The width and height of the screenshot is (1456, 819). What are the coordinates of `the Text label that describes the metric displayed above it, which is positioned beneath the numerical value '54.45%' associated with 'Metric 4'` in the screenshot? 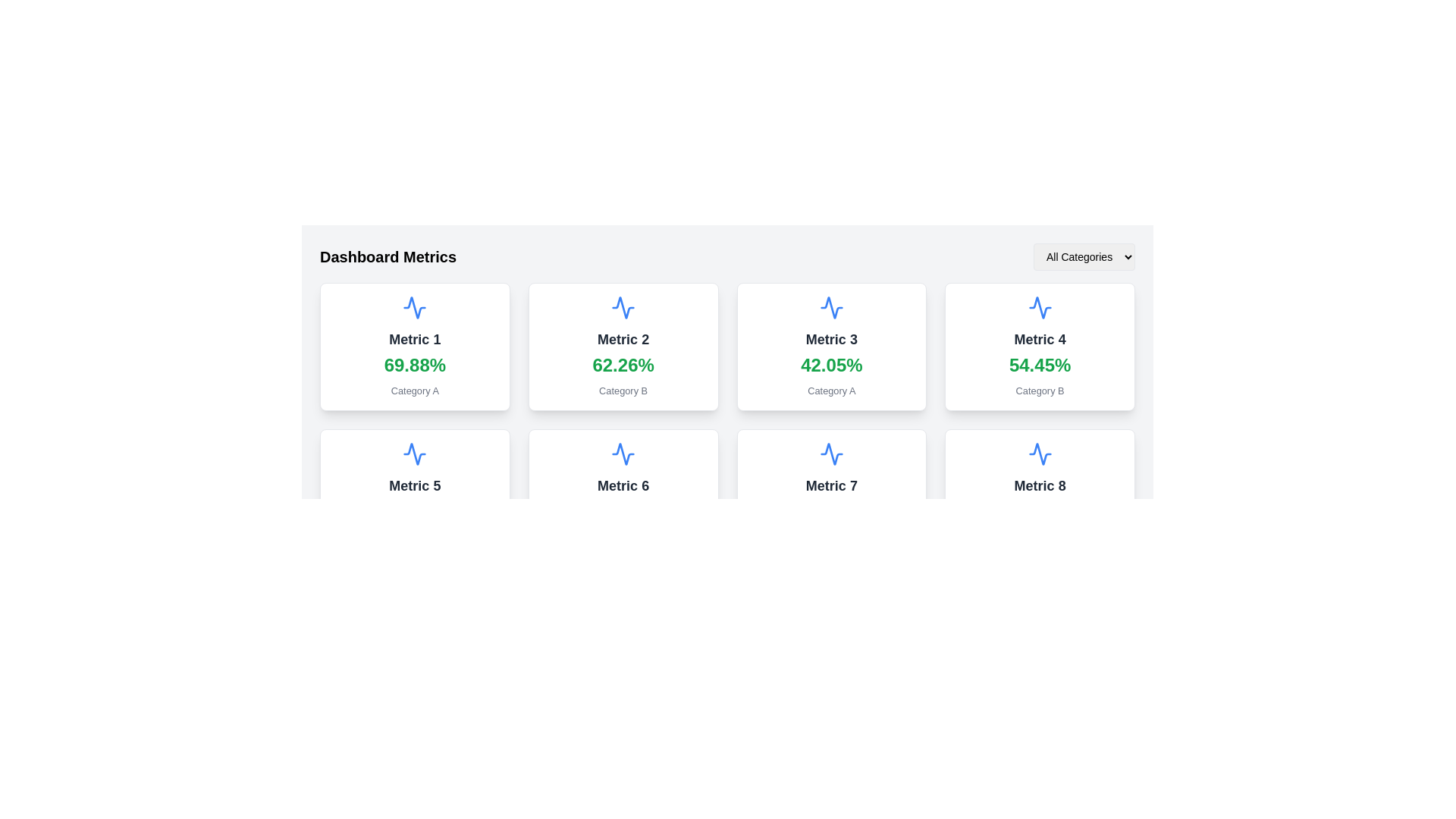 It's located at (1039, 390).